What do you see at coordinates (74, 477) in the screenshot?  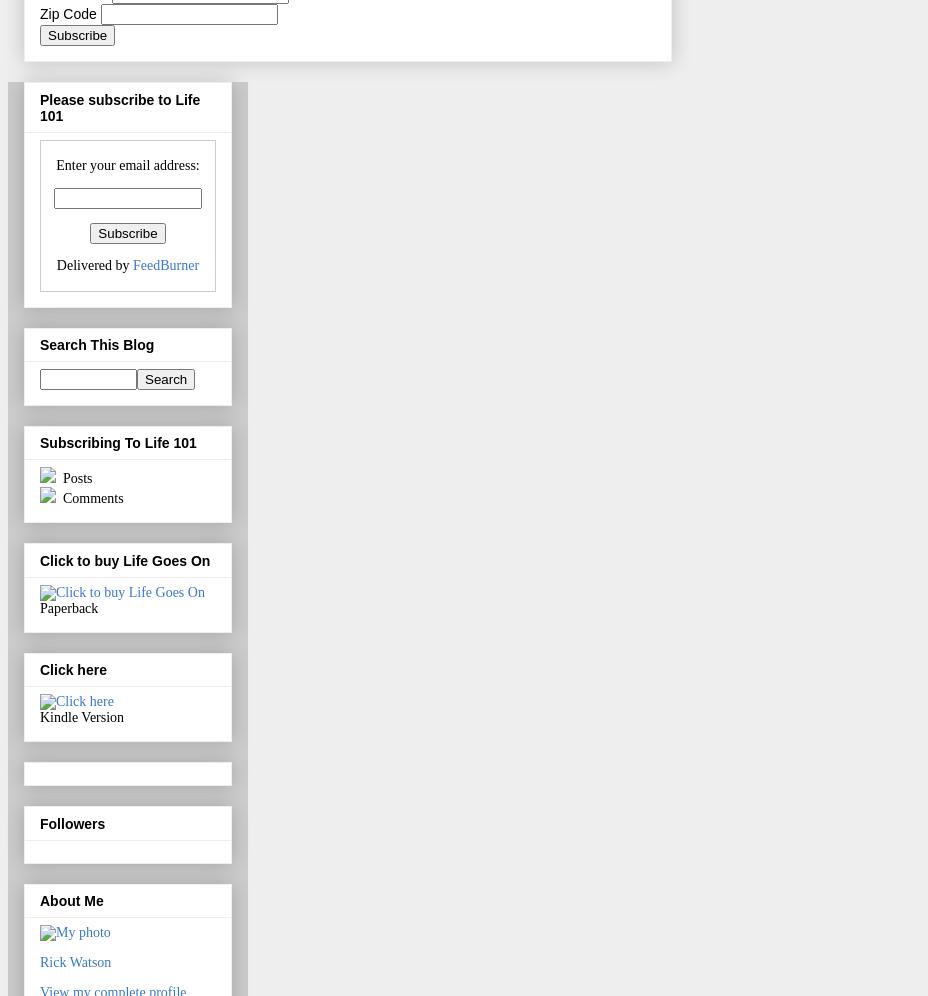 I see `'Posts'` at bounding box center [74, 477].